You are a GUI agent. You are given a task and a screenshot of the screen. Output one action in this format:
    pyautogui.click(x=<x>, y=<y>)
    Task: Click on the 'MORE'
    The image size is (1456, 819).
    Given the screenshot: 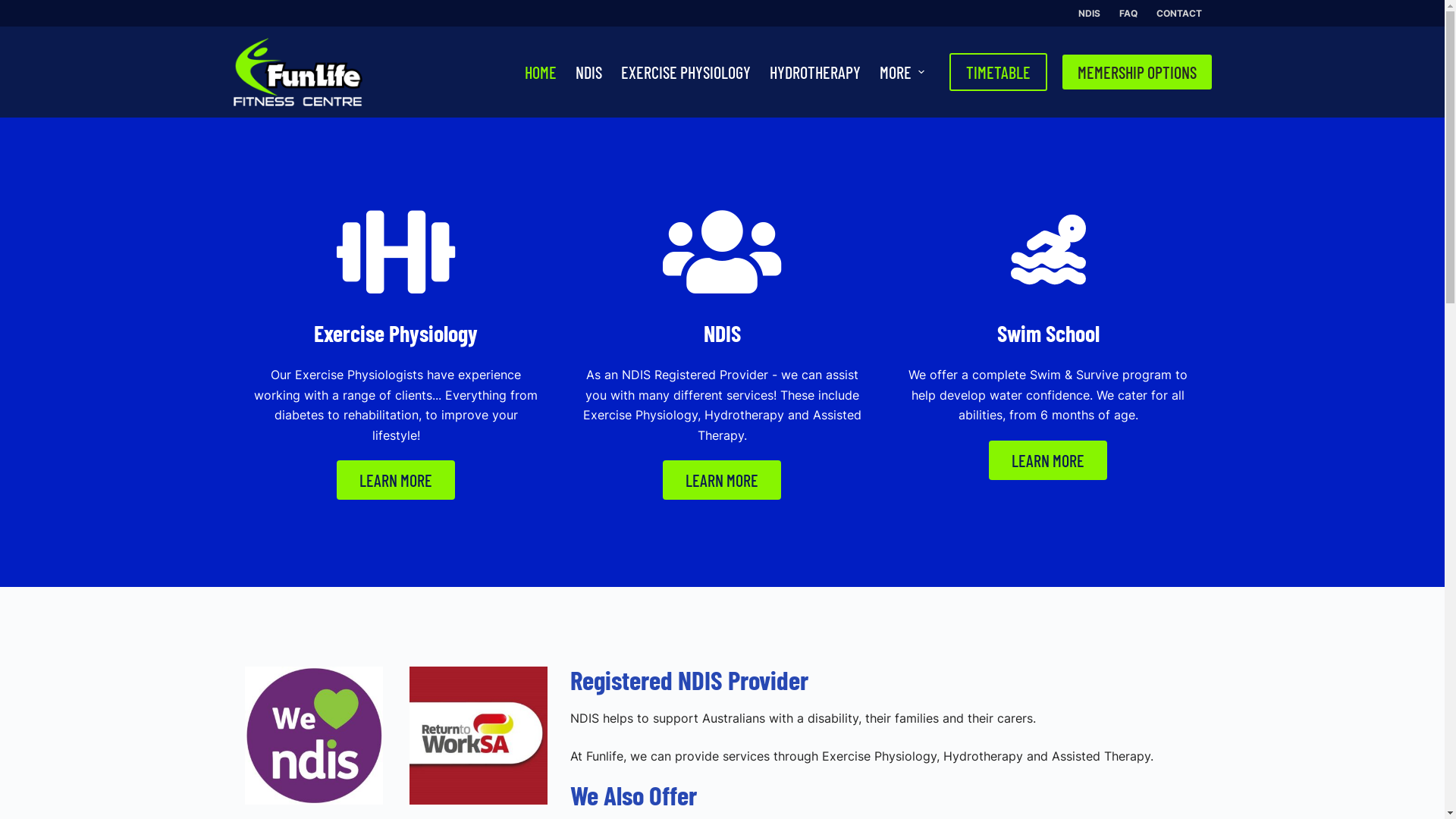 What is the action you would take?
    pyautogui.click(x=902, y=72)
    